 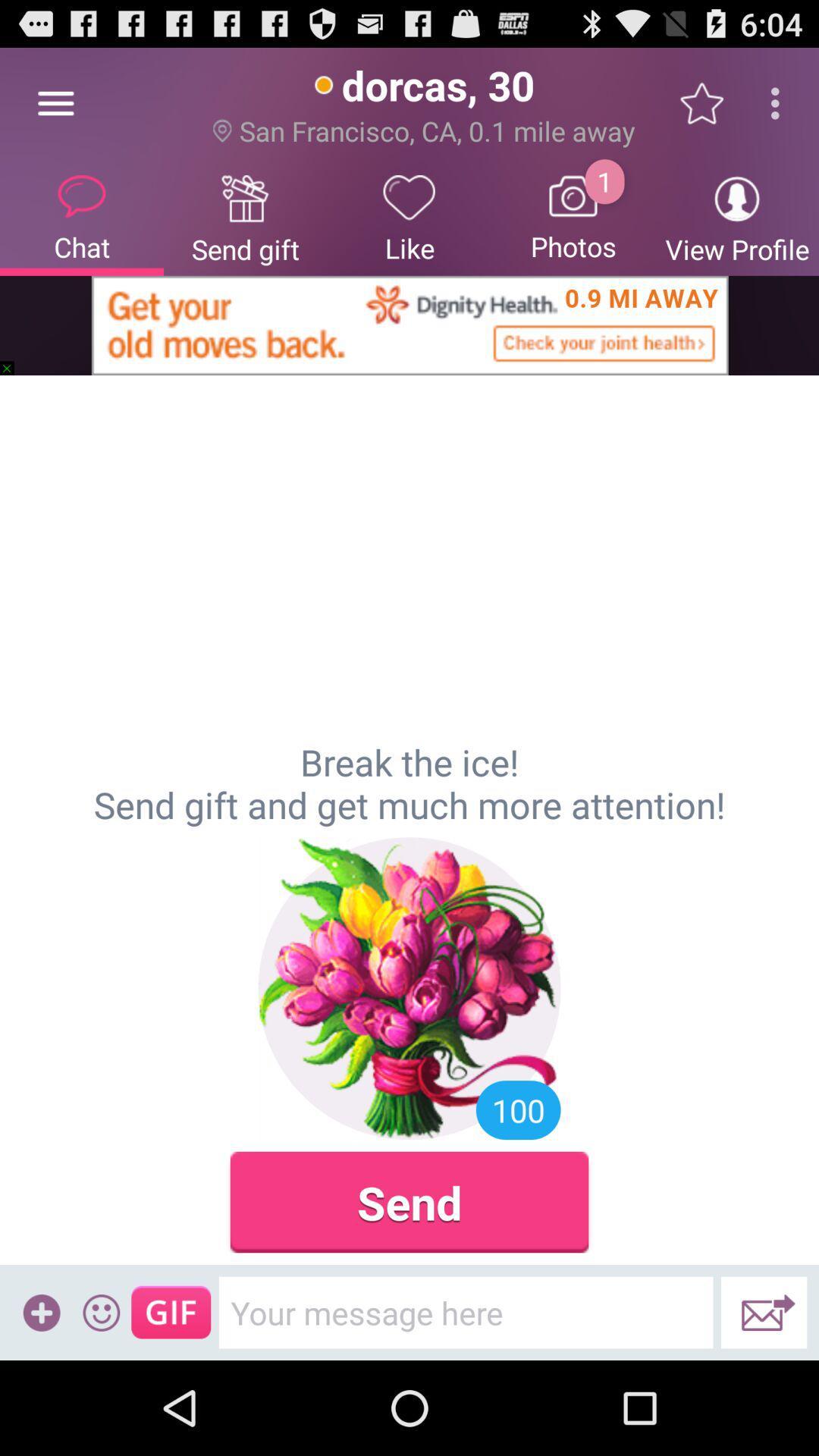 I want to click on the item to the left of view profile, so click(x=573, y=216).